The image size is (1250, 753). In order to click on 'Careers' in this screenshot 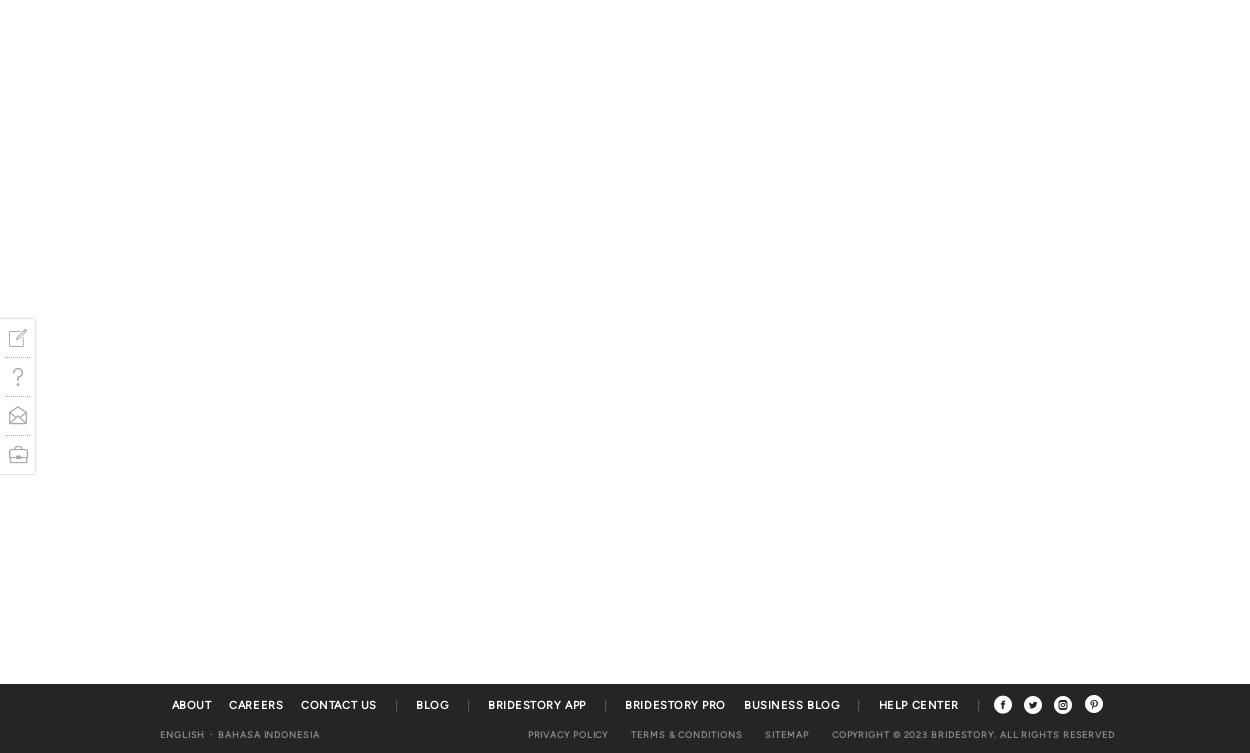, I will do `click(256, 704)`.